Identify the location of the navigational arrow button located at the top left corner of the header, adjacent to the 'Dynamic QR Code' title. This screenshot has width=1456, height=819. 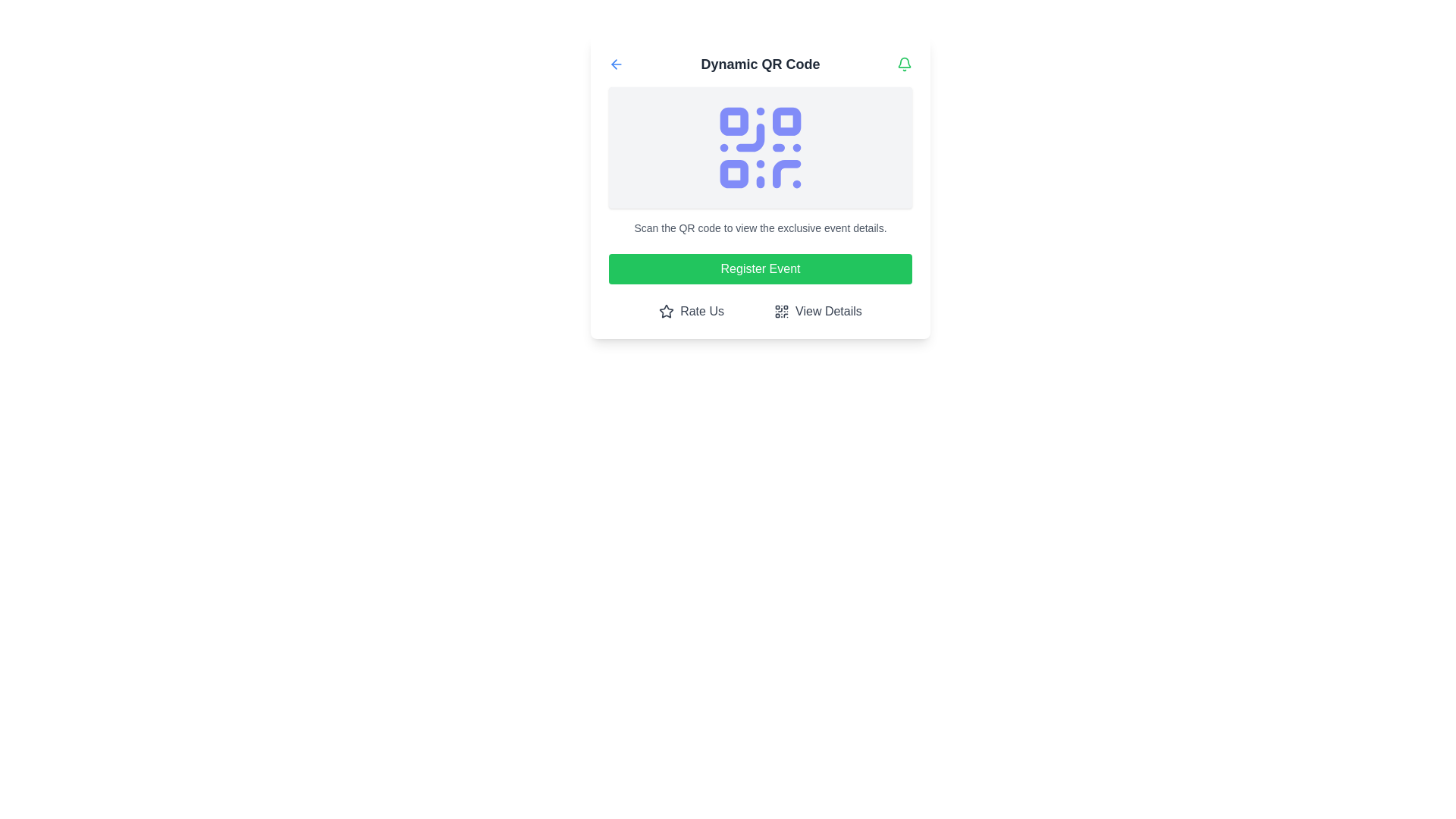
(616, 63).